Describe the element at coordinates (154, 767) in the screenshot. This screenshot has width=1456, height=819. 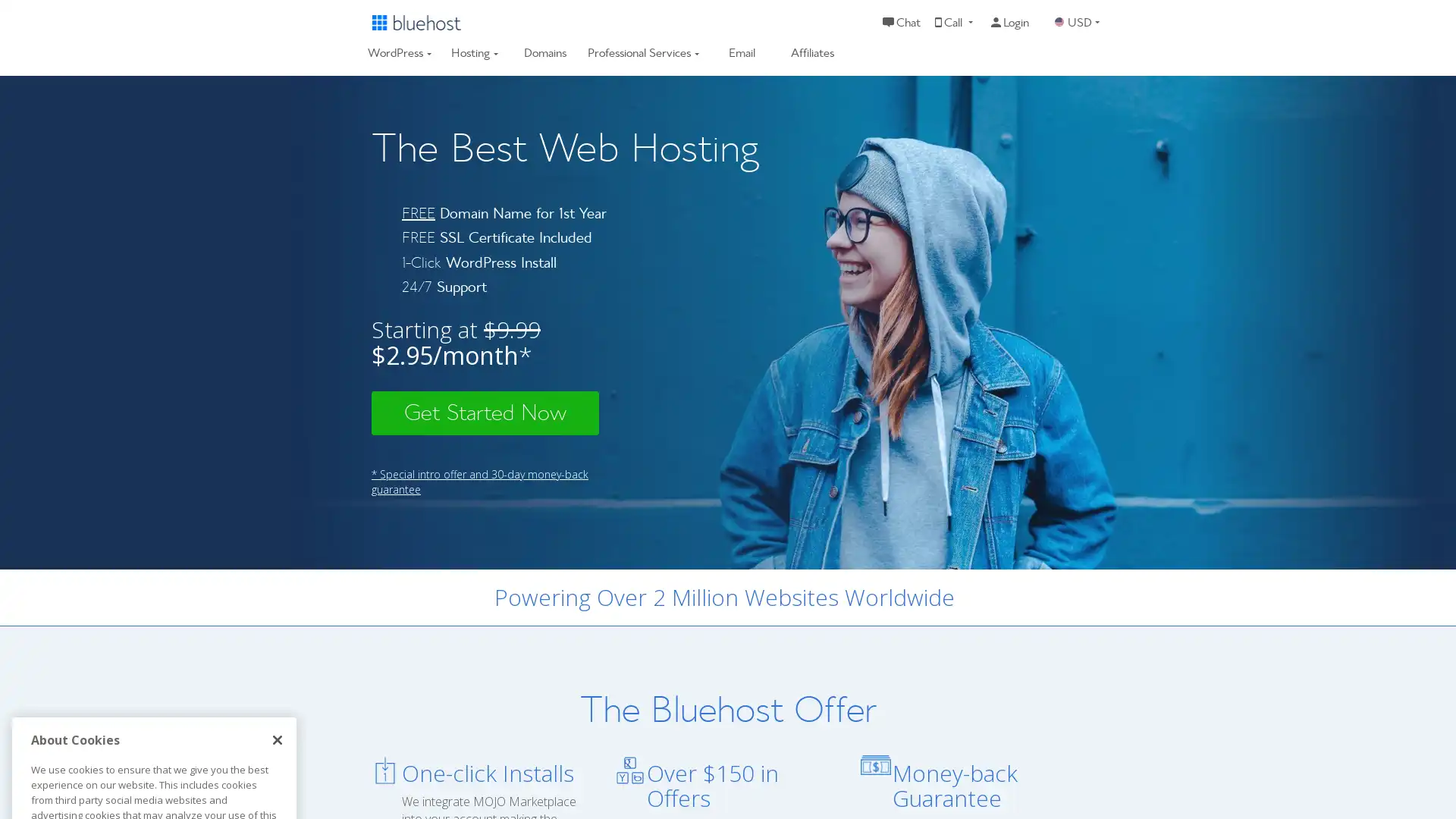
I see `Cookies Settings` at that location.